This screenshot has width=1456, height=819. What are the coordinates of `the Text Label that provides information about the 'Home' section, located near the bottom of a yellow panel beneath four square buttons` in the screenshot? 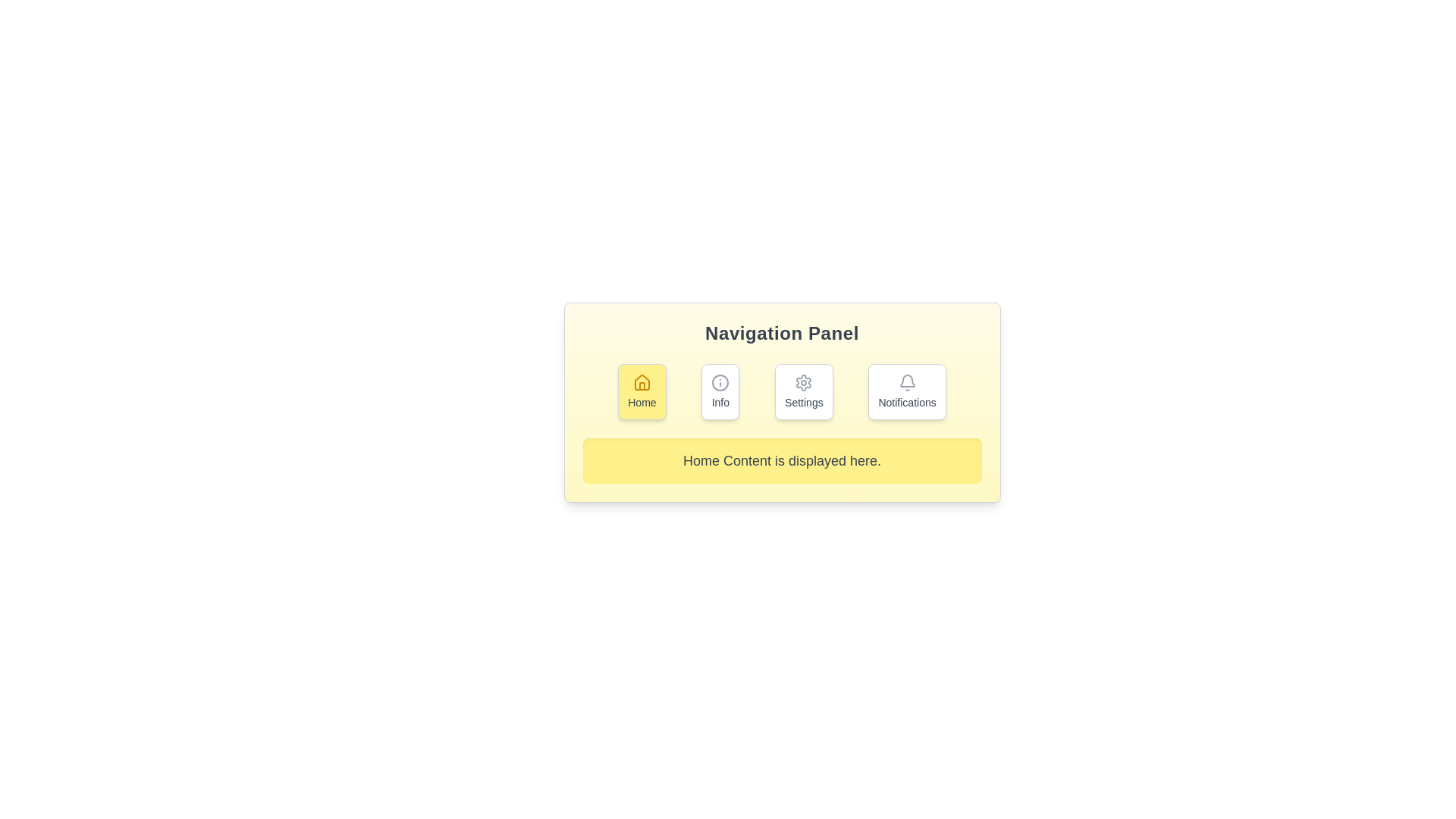 It's located at (782, 460).